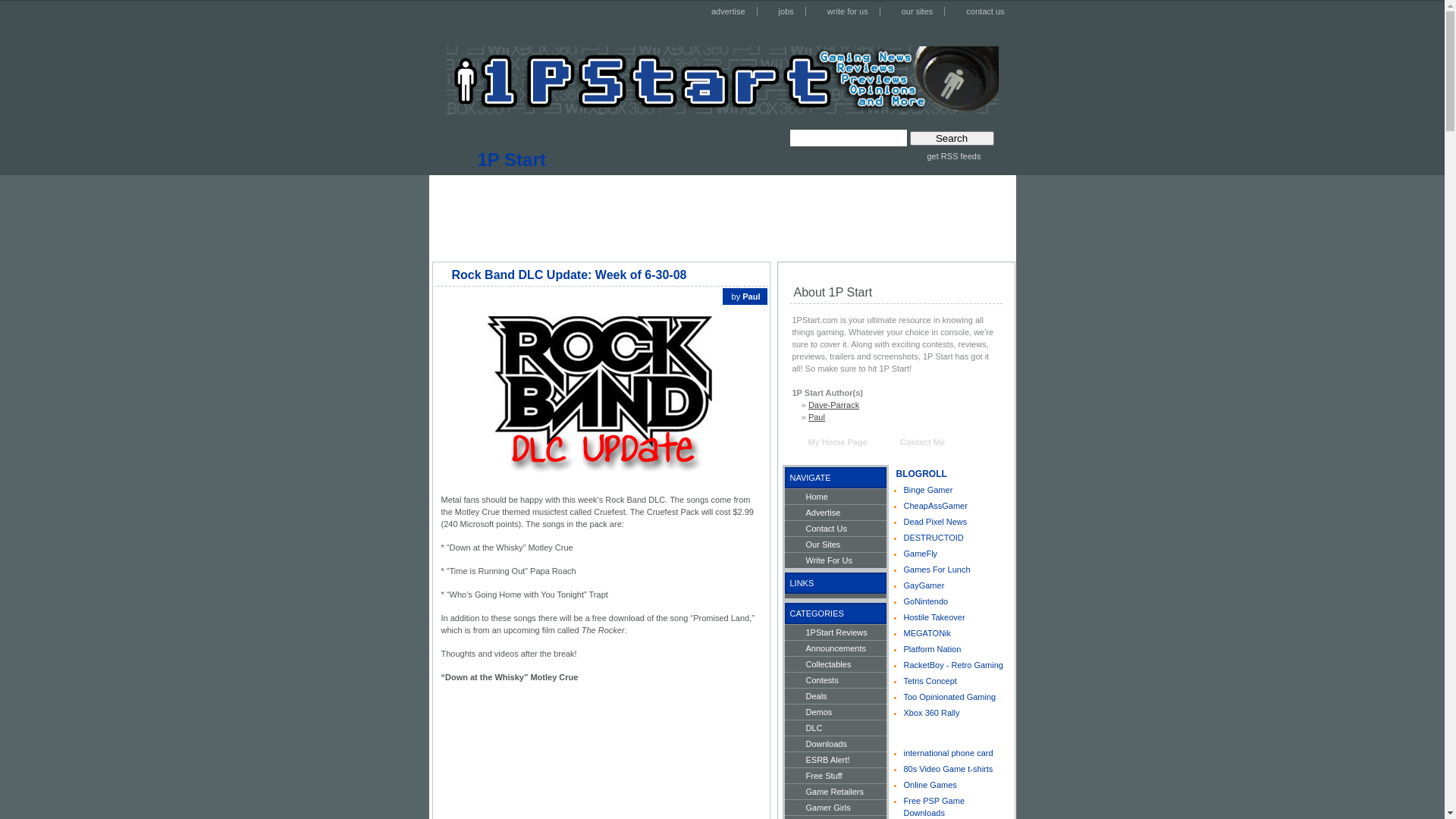  What do you see at coordinates (927, 632) in the screenshot?
I see `'MEGATONik'` at bounding box center [927, 632].